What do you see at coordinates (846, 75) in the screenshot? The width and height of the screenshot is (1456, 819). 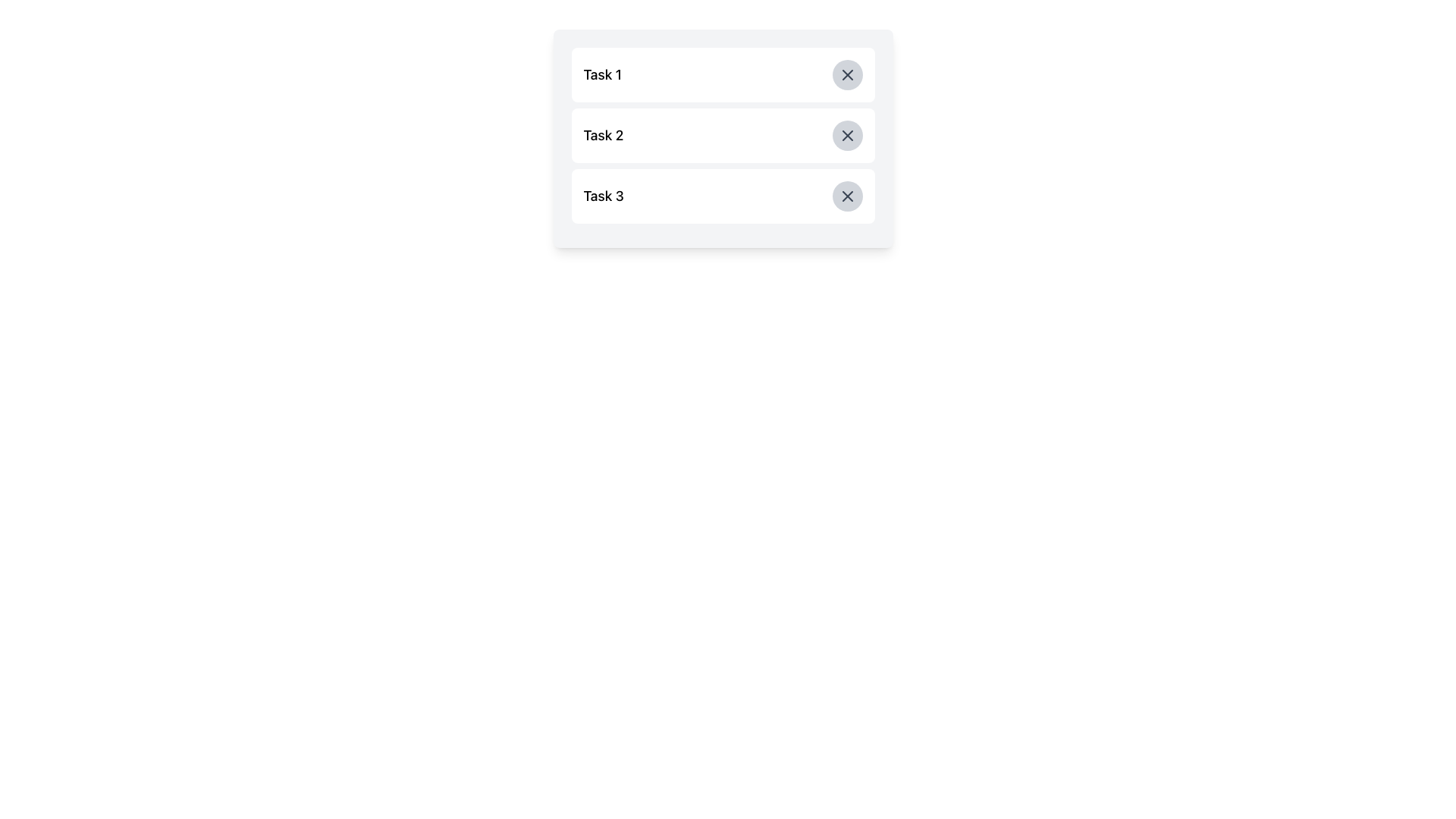 I see `the small 'X' icon button with a dark stroke color located in a circular button adjacent to the text label 'Task 1'` at bounding box center [846, 75].